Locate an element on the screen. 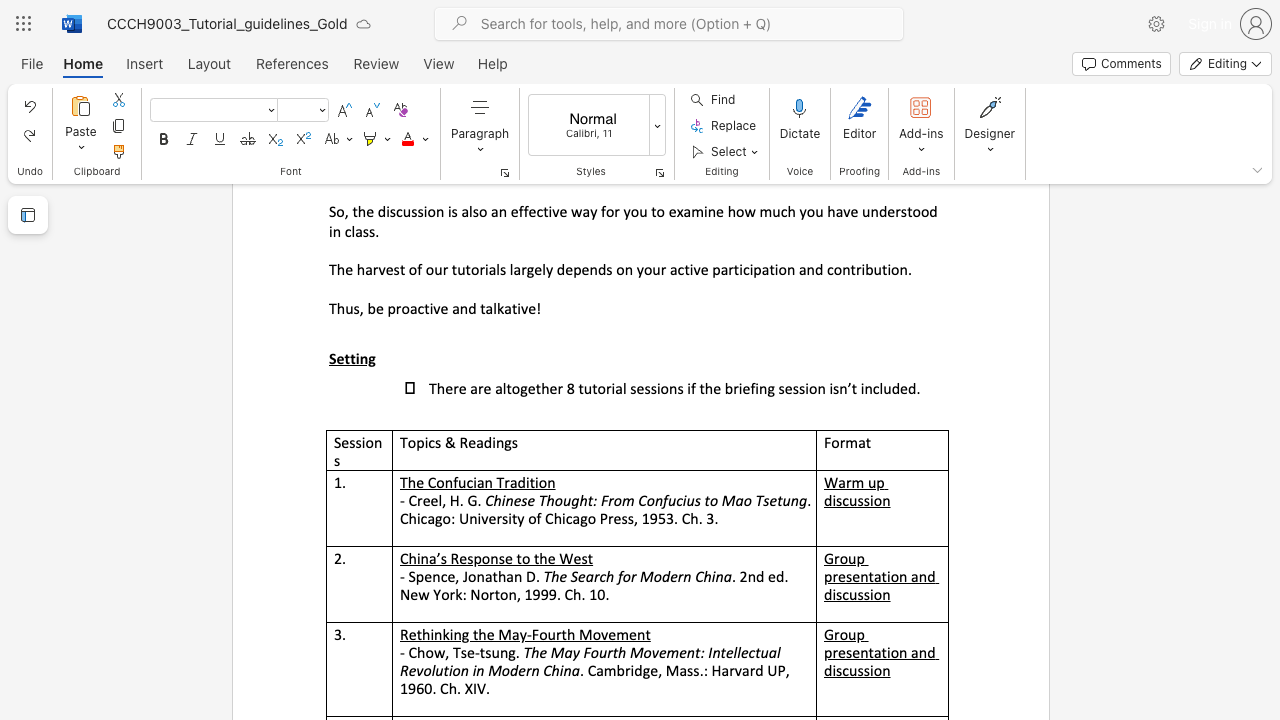 Image resolution: width=1280 pixels, height=720 pixels. the subset text "on" within the text "The Confucian Tradition" is located at coordinates (538, 482).